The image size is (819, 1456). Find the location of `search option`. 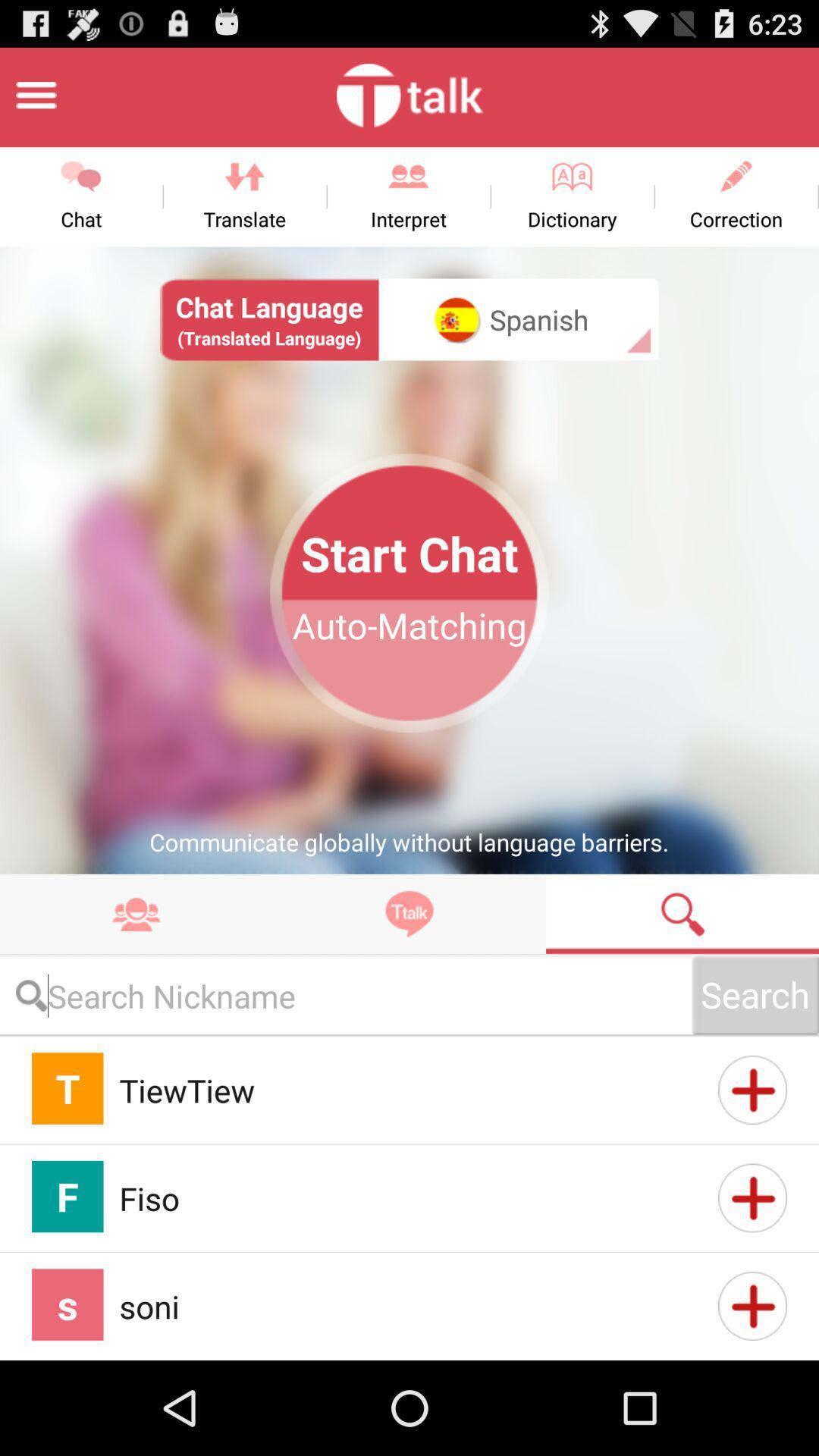

search option is located at coordinates (345, 996).